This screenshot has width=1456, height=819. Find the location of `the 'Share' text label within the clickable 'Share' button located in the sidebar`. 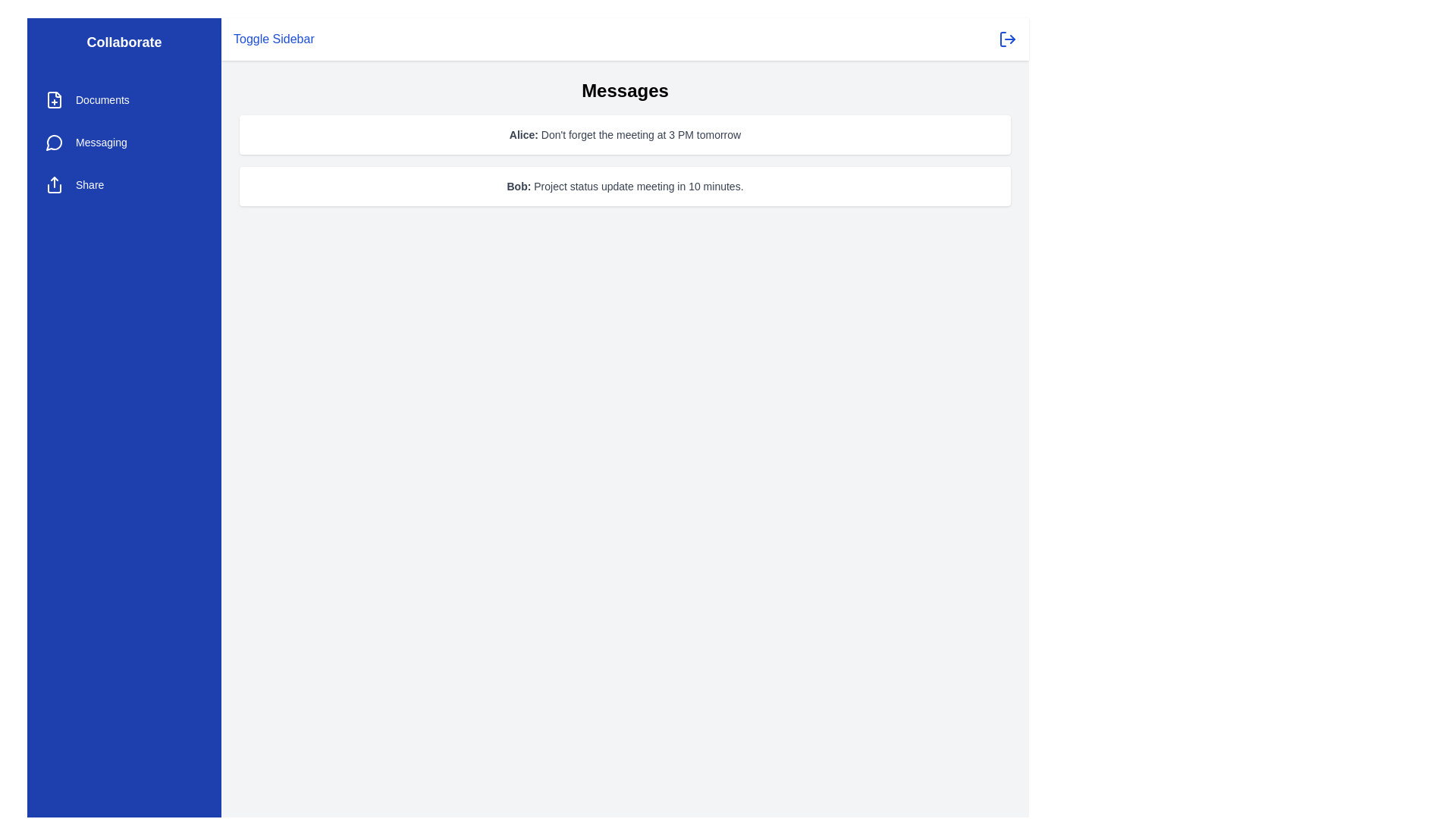

the 'Share' text label within the clickable 'Share' button located in the sidebar is located at coordinates (89, 184).